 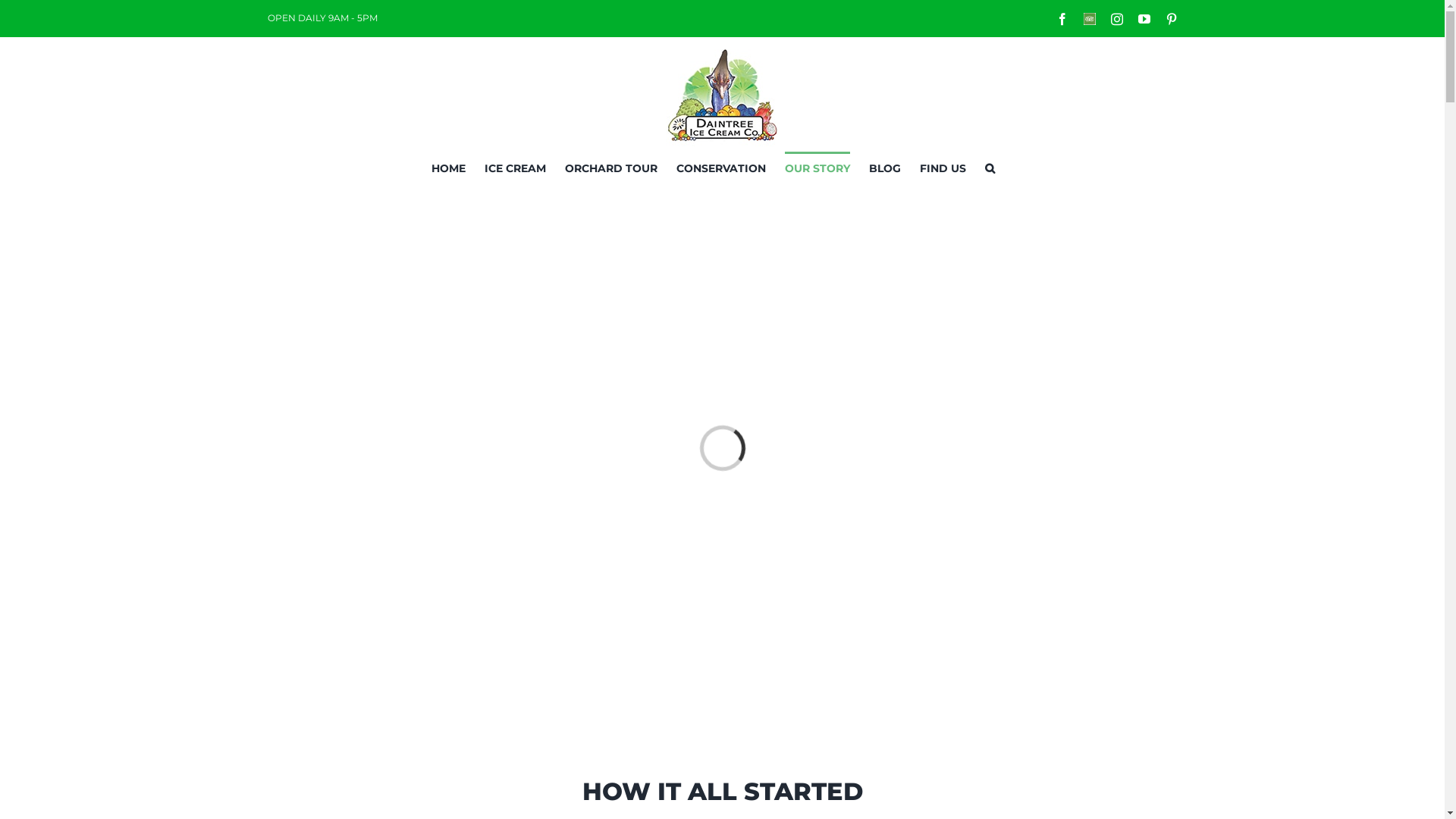 What do you see at coordinates (941, 166) in the screenshot?
I see `'FIND US'` at bounding box center [941, 166].